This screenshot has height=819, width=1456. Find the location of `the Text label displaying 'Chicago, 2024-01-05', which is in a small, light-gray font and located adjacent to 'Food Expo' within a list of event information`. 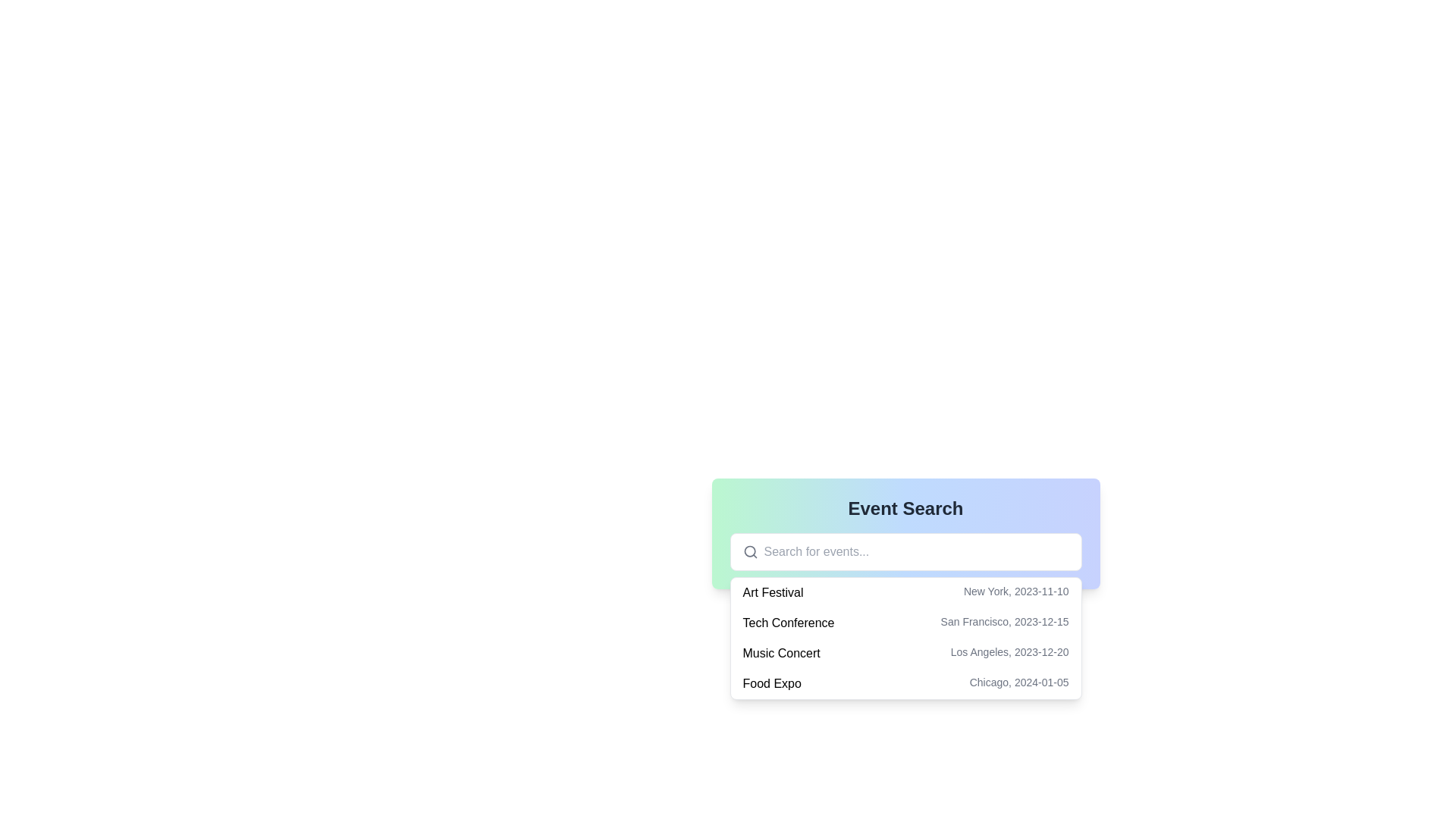

the Text label displaying 'Chicago, 2024-01-05', which is in a small, light-gray font and located adjacent to 'Food Expo' within a list of event information is located at coordinates (1019, 684).